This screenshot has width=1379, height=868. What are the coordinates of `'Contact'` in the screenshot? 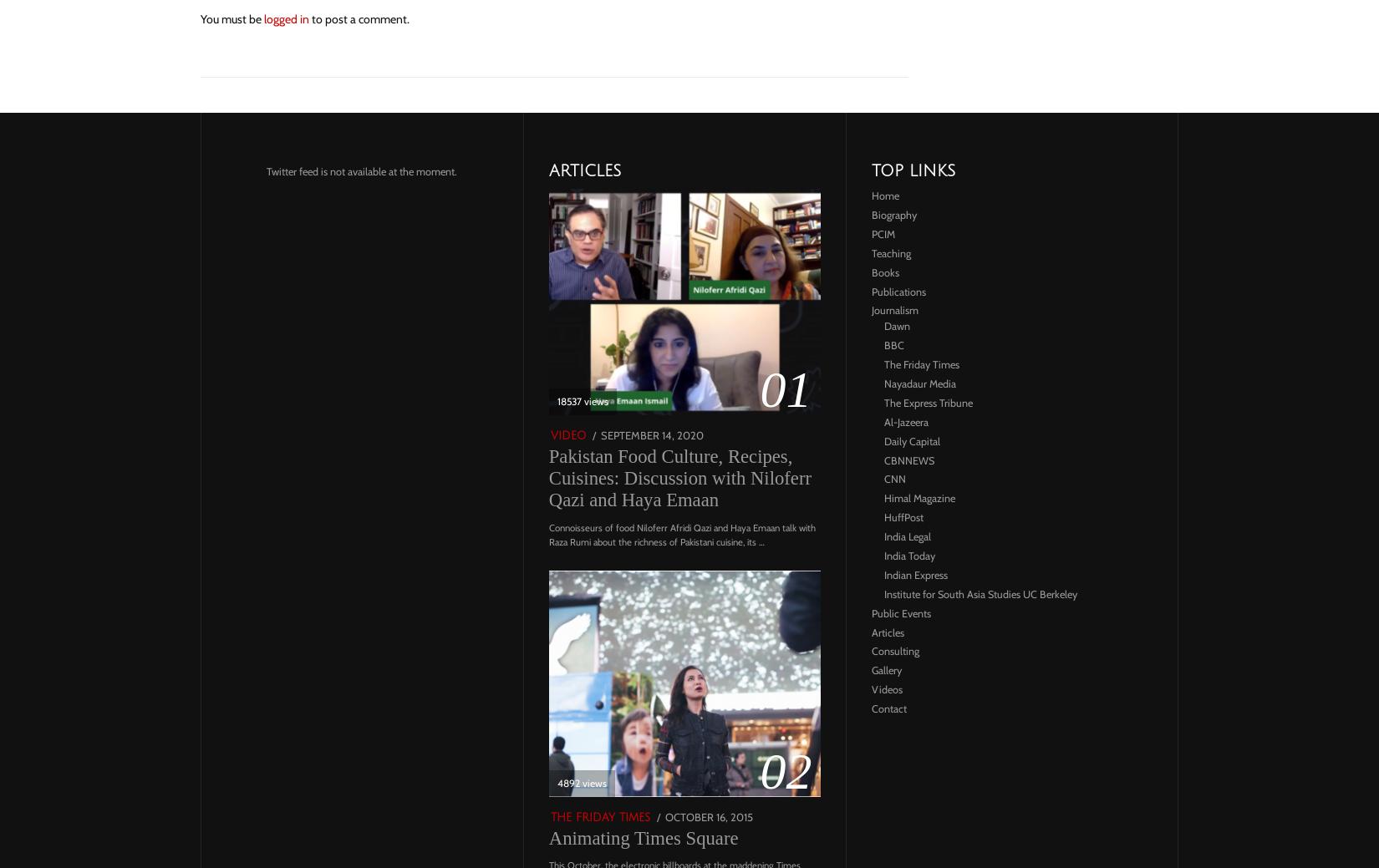 It's located at (888, 708).